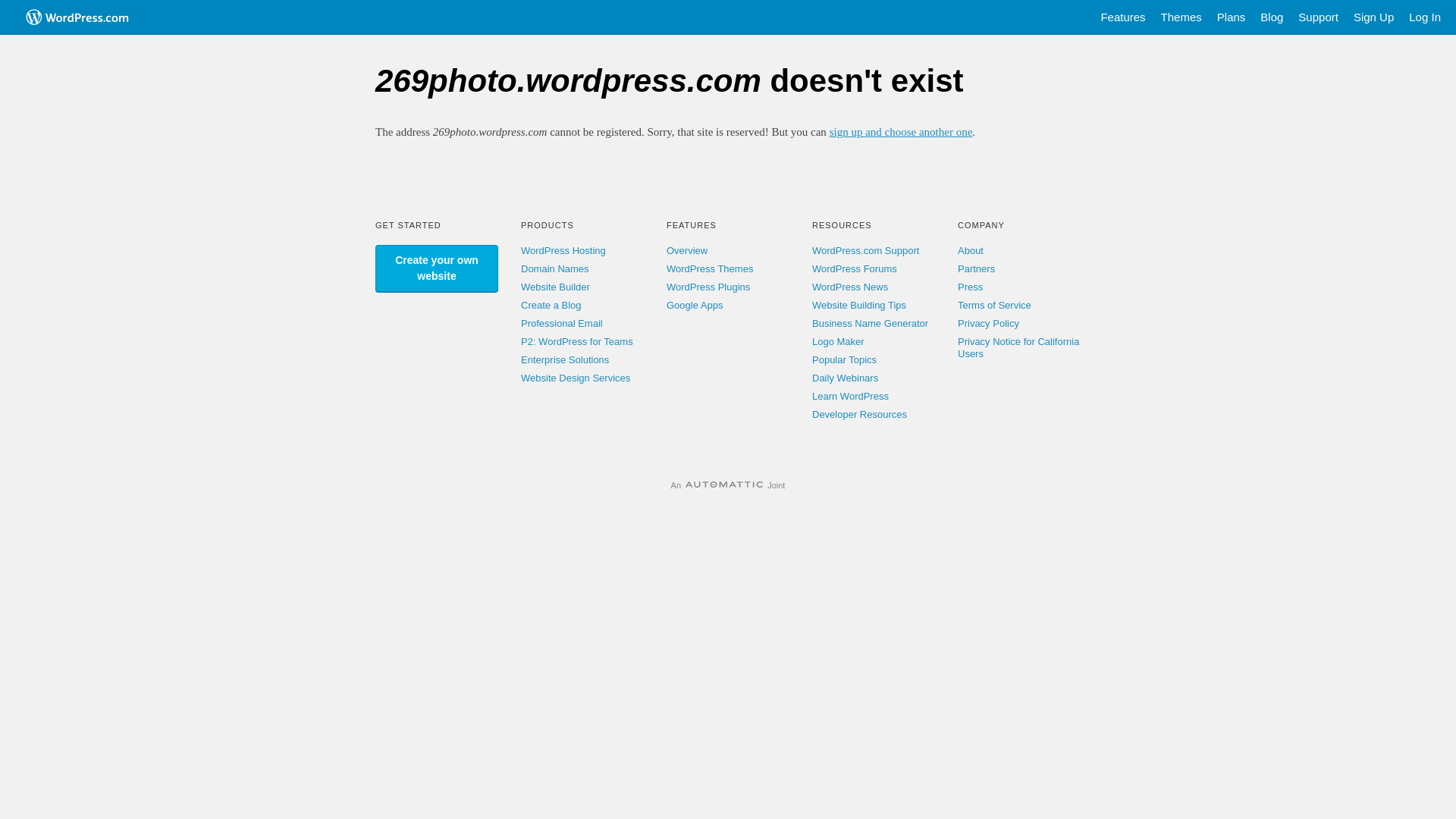 This screenshot has width=1456, height=819. Describe the element at coordinates (1373, 17) in the screenshot. I see `'Sign Up'` at that location.